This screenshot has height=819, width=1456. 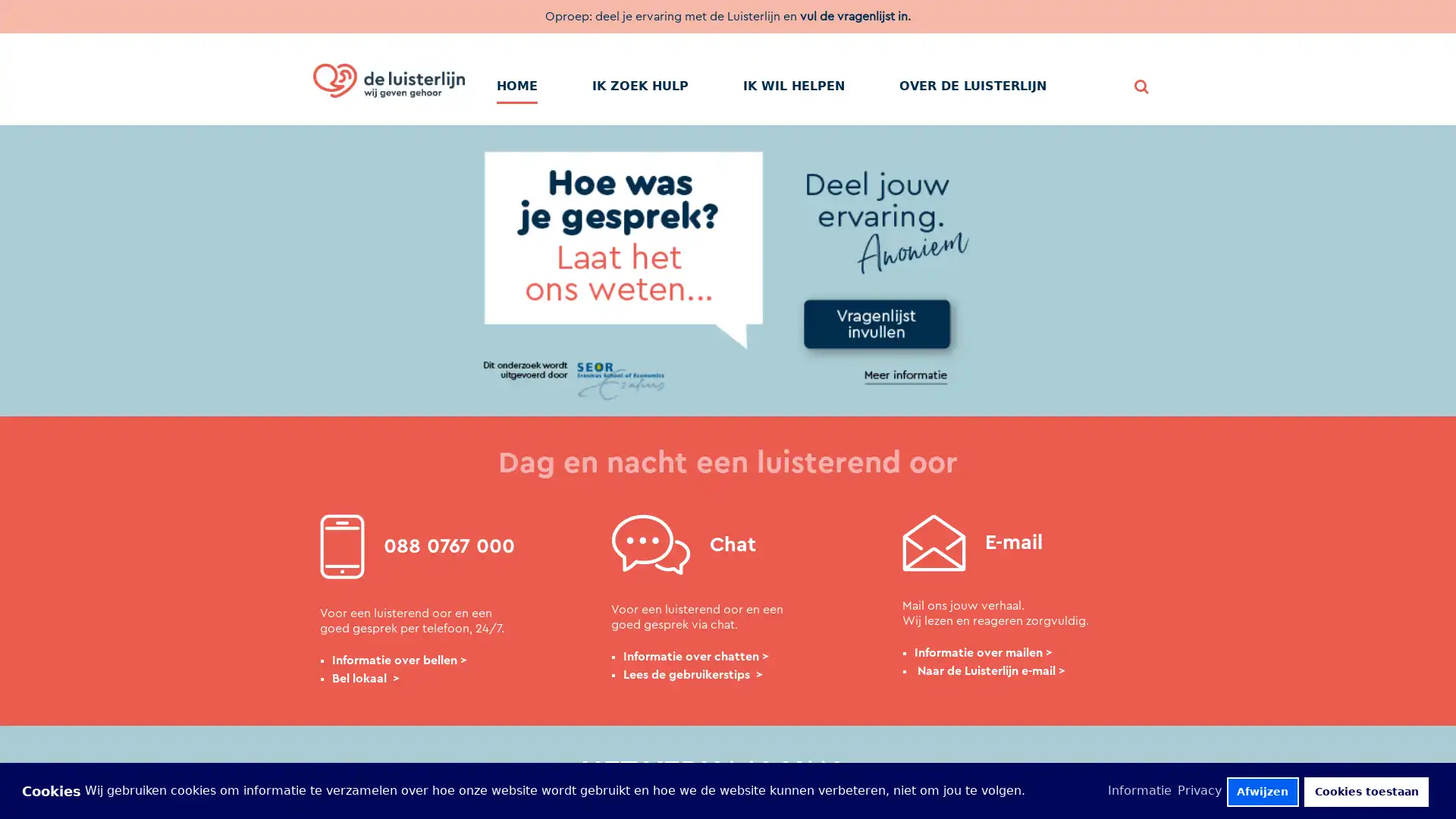 I want to click on allow cookies, so click(x=1366, y=791).